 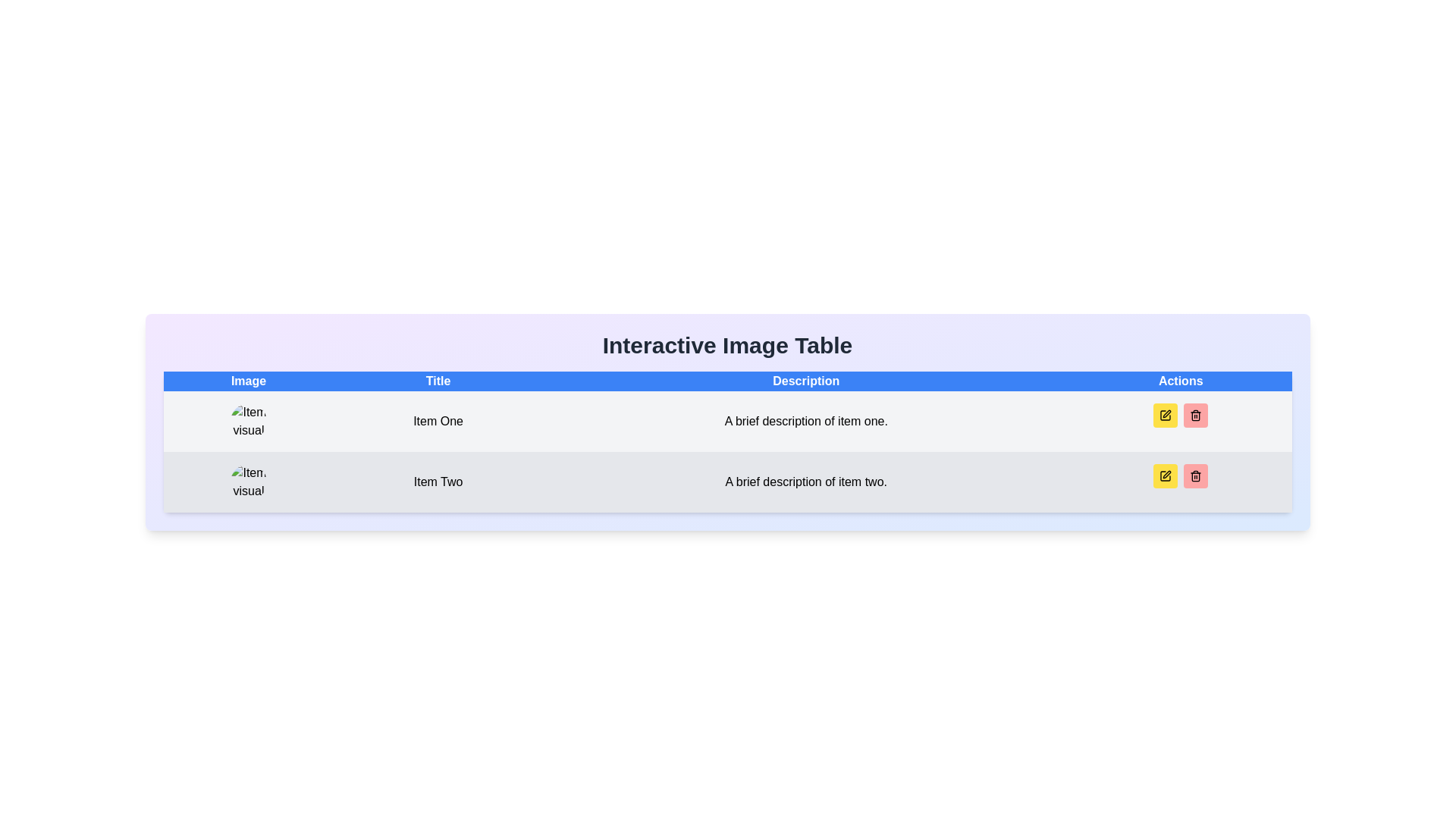 What do you see at coordinates (248, 482) in the screenshot?
I see `the circular image element located in the second row of the table under the 'Image' column, aligned with the 'Item Two' entry` at bounding box center [248, 482].